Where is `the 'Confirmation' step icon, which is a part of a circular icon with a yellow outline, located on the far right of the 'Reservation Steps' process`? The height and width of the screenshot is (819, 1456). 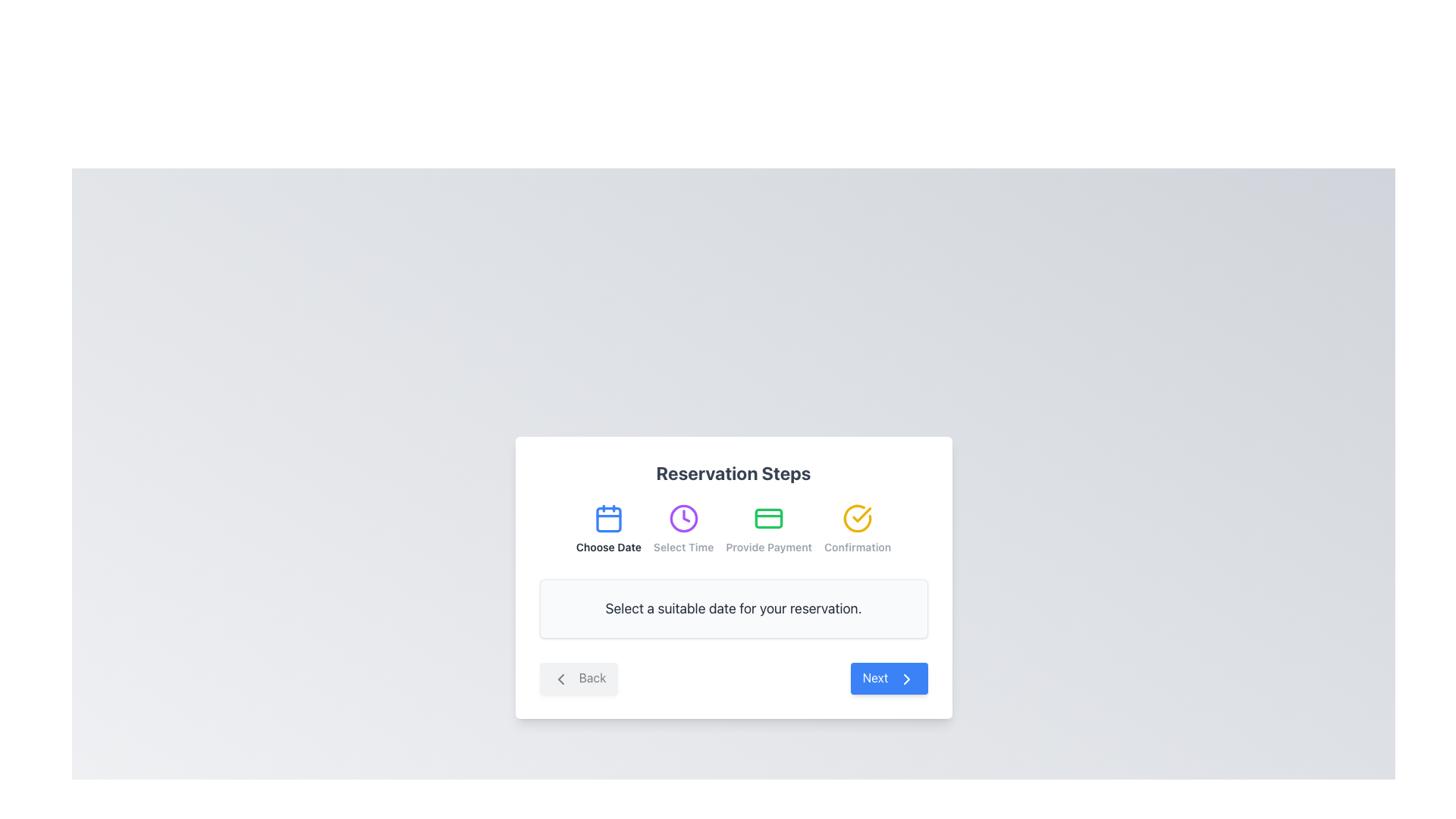
the 'Confirmation' step icon, which is a part of a circular icon with a yellow outline, located on the far right of the 'Reservation Steps' process is located at coordinates (858, 518).